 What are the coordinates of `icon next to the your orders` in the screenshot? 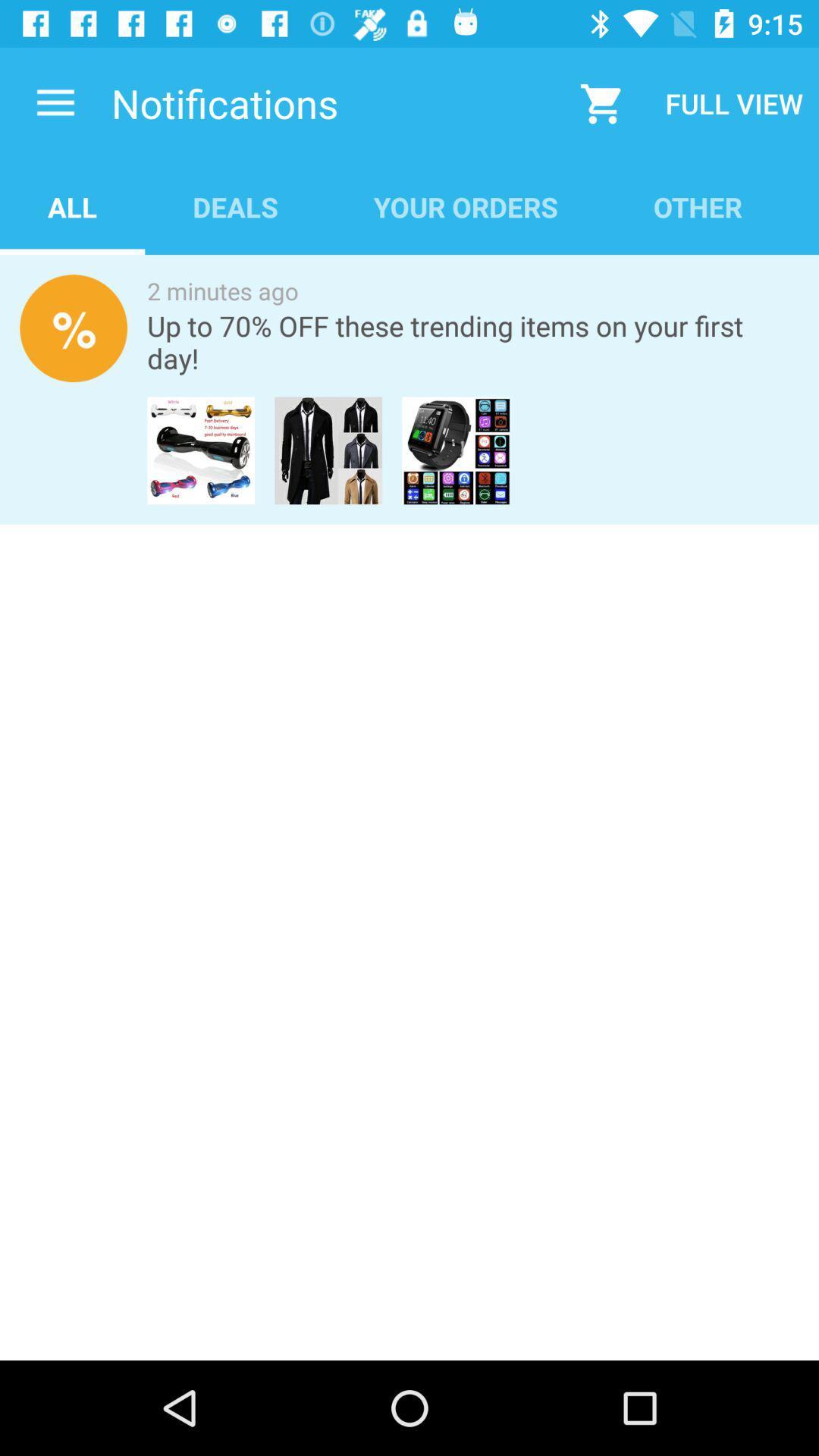 It's located at (235, 206).